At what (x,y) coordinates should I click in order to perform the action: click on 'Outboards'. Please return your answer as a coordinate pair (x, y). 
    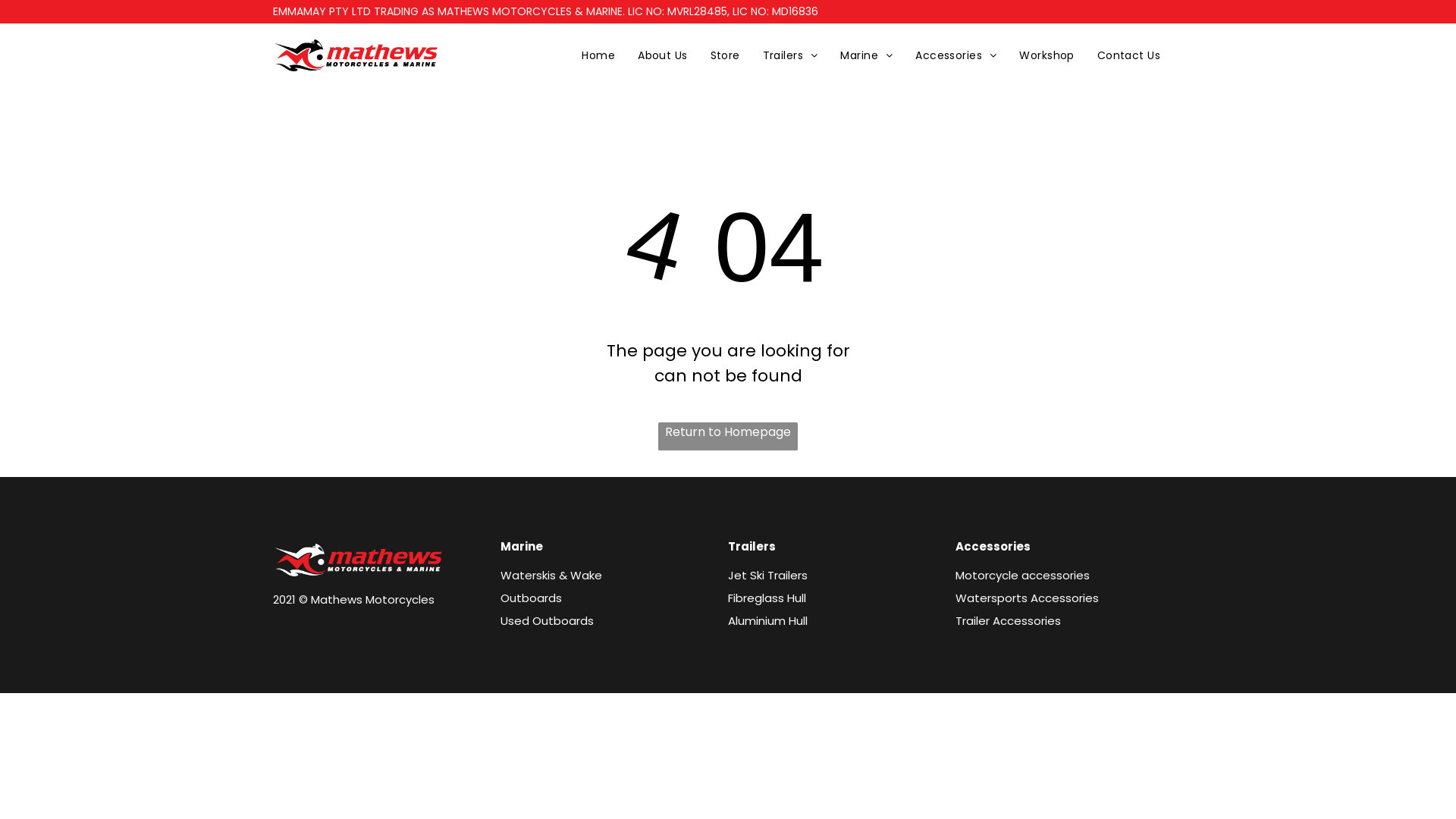
    Looking at the image, I should click on (531, 597).